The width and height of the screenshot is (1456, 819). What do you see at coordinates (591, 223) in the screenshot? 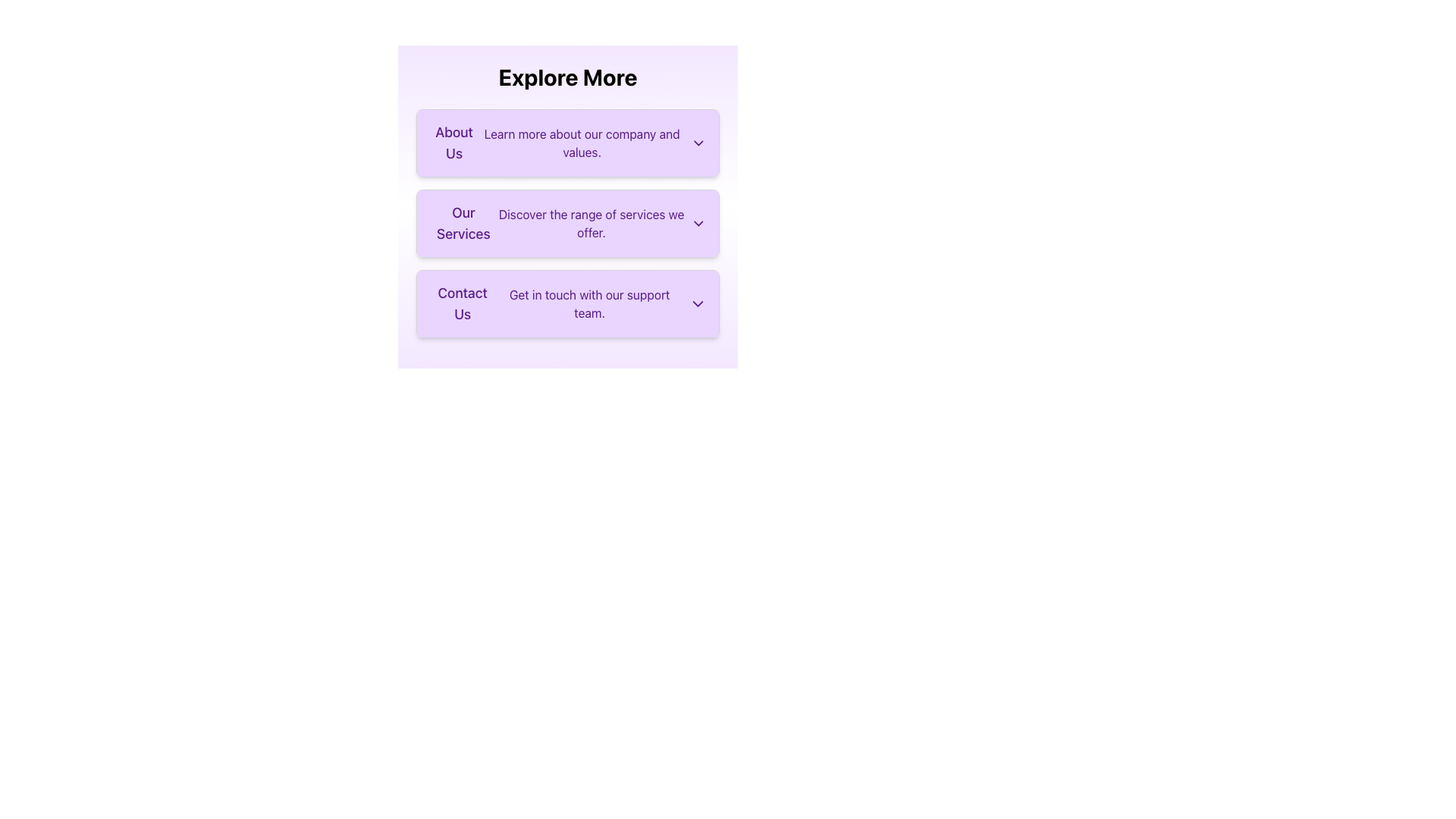
I see `the text element reading 'Discover the range of services we offer.' which is located beneath the title 'Our Services' and has a light purple background` at bounding box center [591, 223].